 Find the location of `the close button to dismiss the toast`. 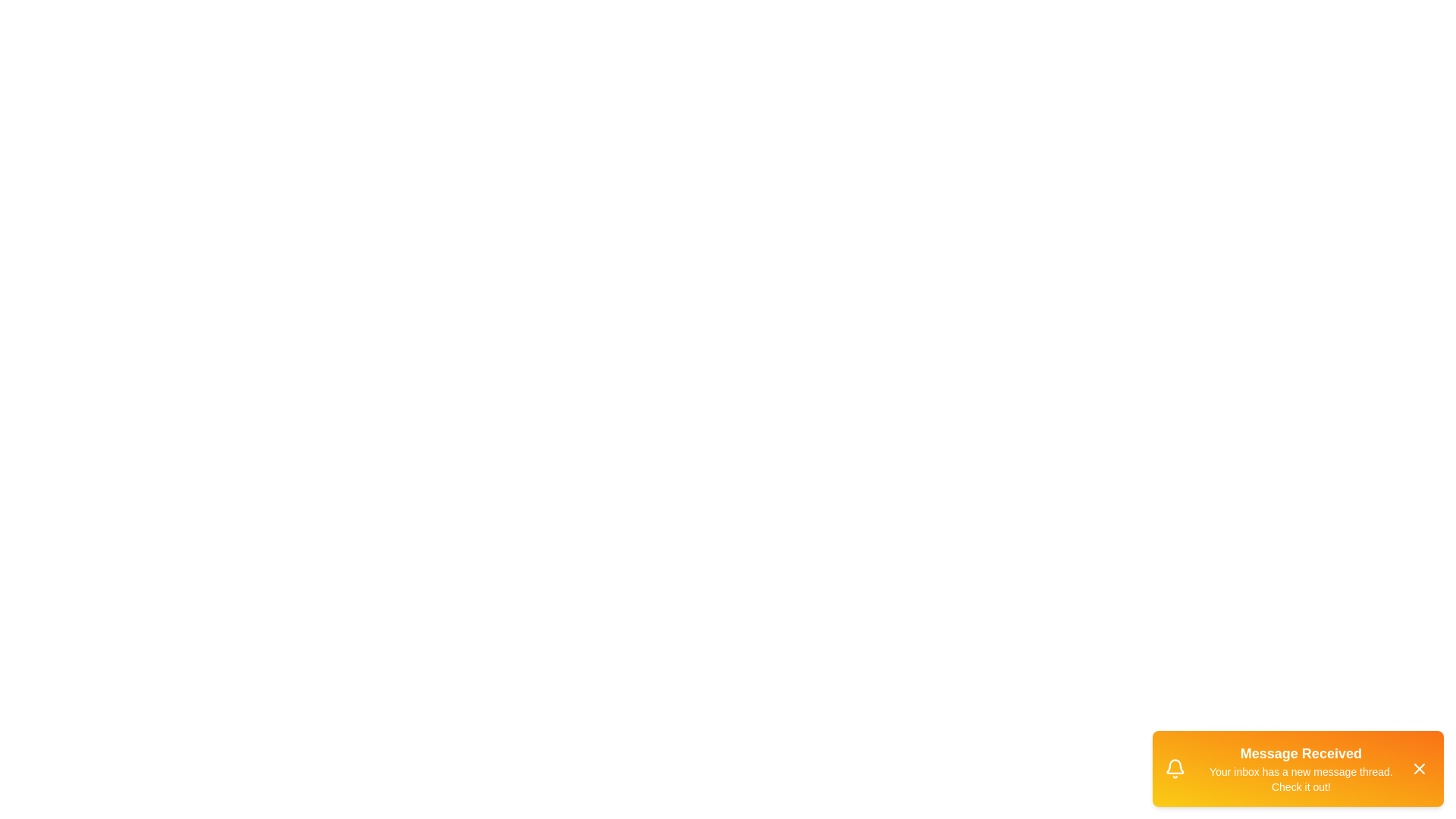

the close button to dismiss the toast is located at coordinates (1419, 769).